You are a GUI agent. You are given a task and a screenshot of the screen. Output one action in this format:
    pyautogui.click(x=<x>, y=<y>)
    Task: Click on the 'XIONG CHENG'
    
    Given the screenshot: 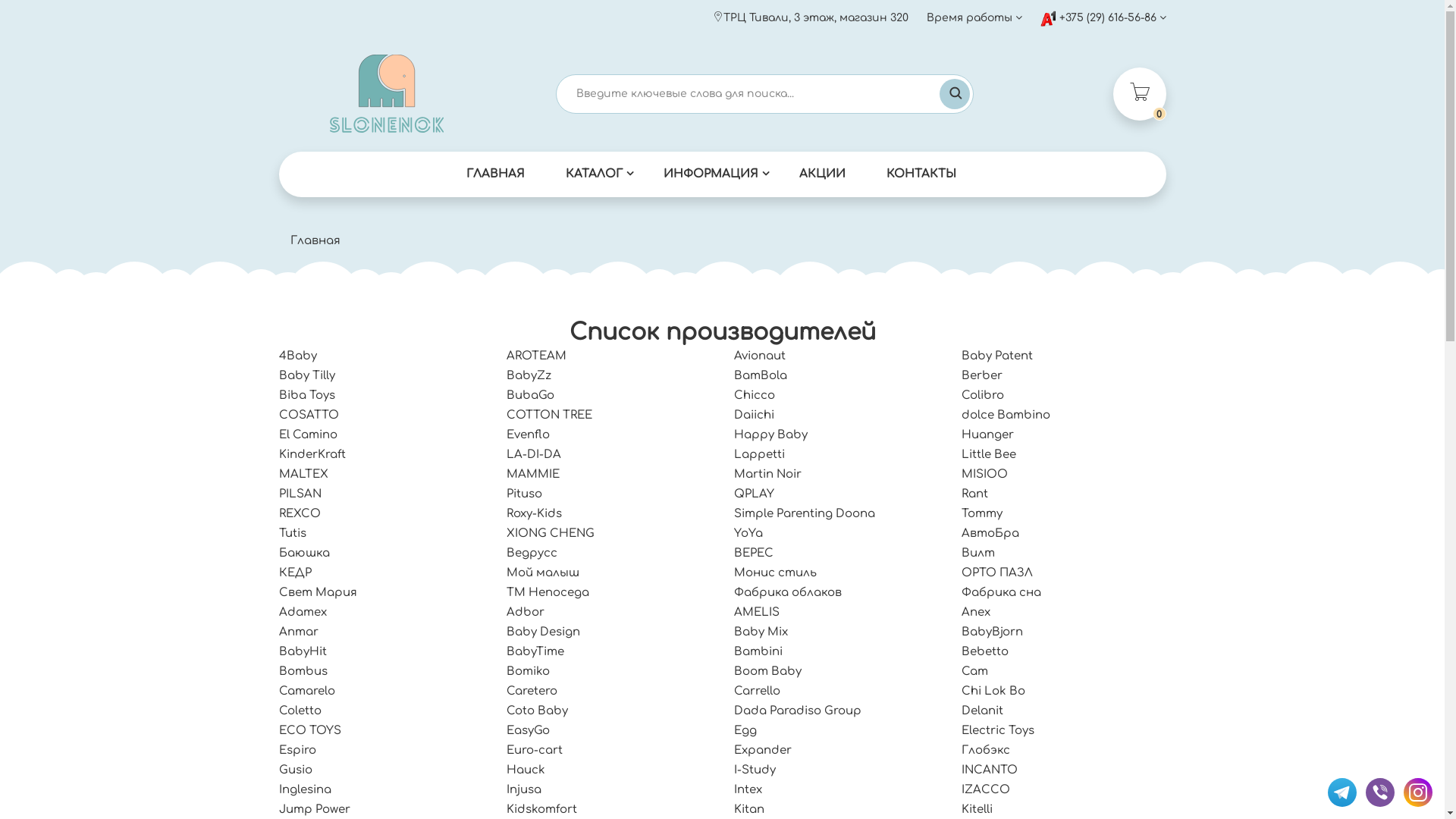 What is the action you would take?
    pyautogui.click(x=549, y=532)
    